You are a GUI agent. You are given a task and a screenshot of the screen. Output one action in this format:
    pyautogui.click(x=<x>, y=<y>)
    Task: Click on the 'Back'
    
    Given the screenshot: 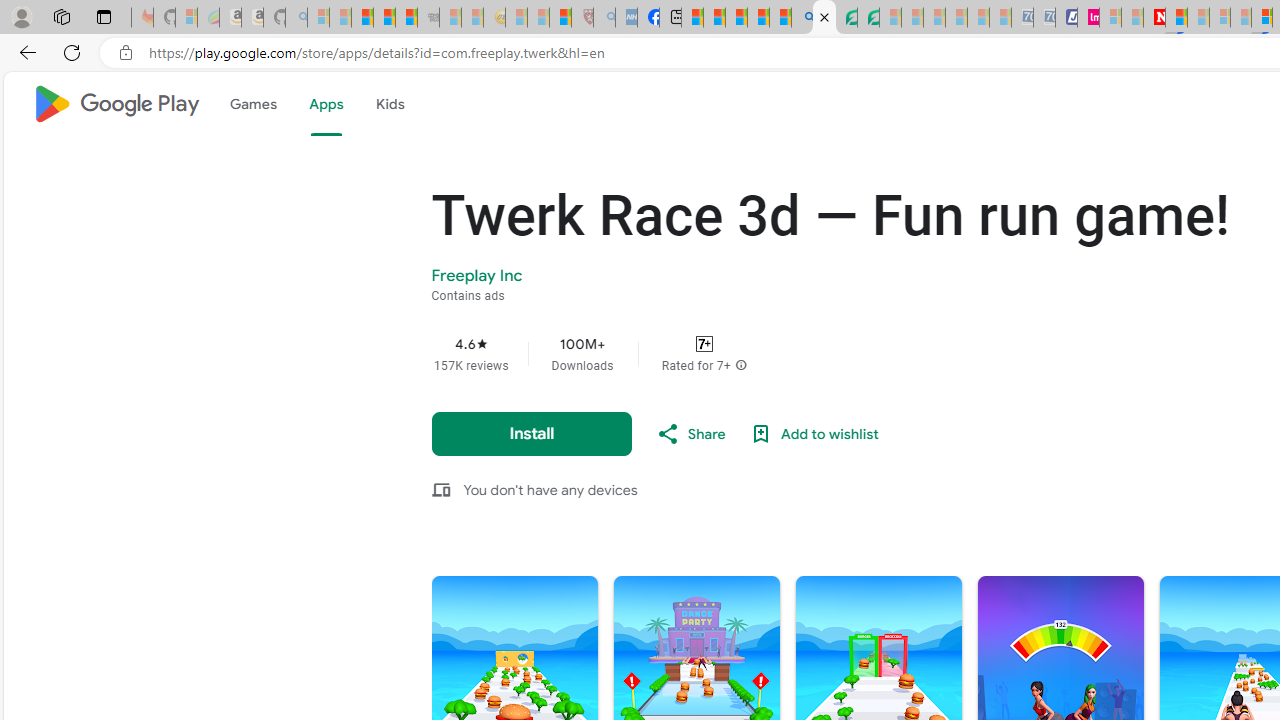 What is the action you would take?
    pyautogui.click(x=24, y=51)
    